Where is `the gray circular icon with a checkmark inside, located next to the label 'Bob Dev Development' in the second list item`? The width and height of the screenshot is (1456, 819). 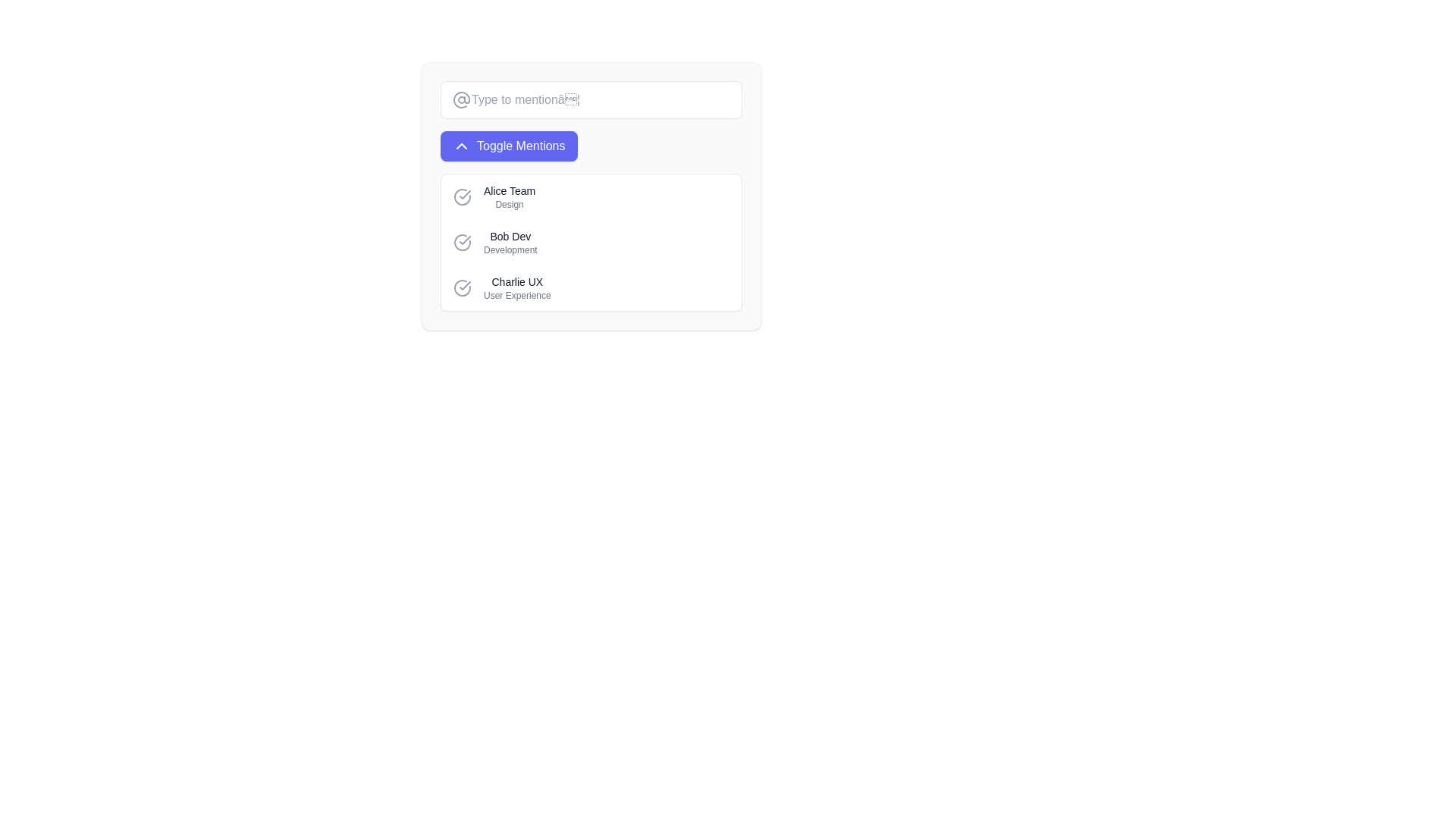 the gray circular icon with a checkmark inside, located next to the label 'Bob Dev Development' in the second list item is located at coordinates (461, 242).